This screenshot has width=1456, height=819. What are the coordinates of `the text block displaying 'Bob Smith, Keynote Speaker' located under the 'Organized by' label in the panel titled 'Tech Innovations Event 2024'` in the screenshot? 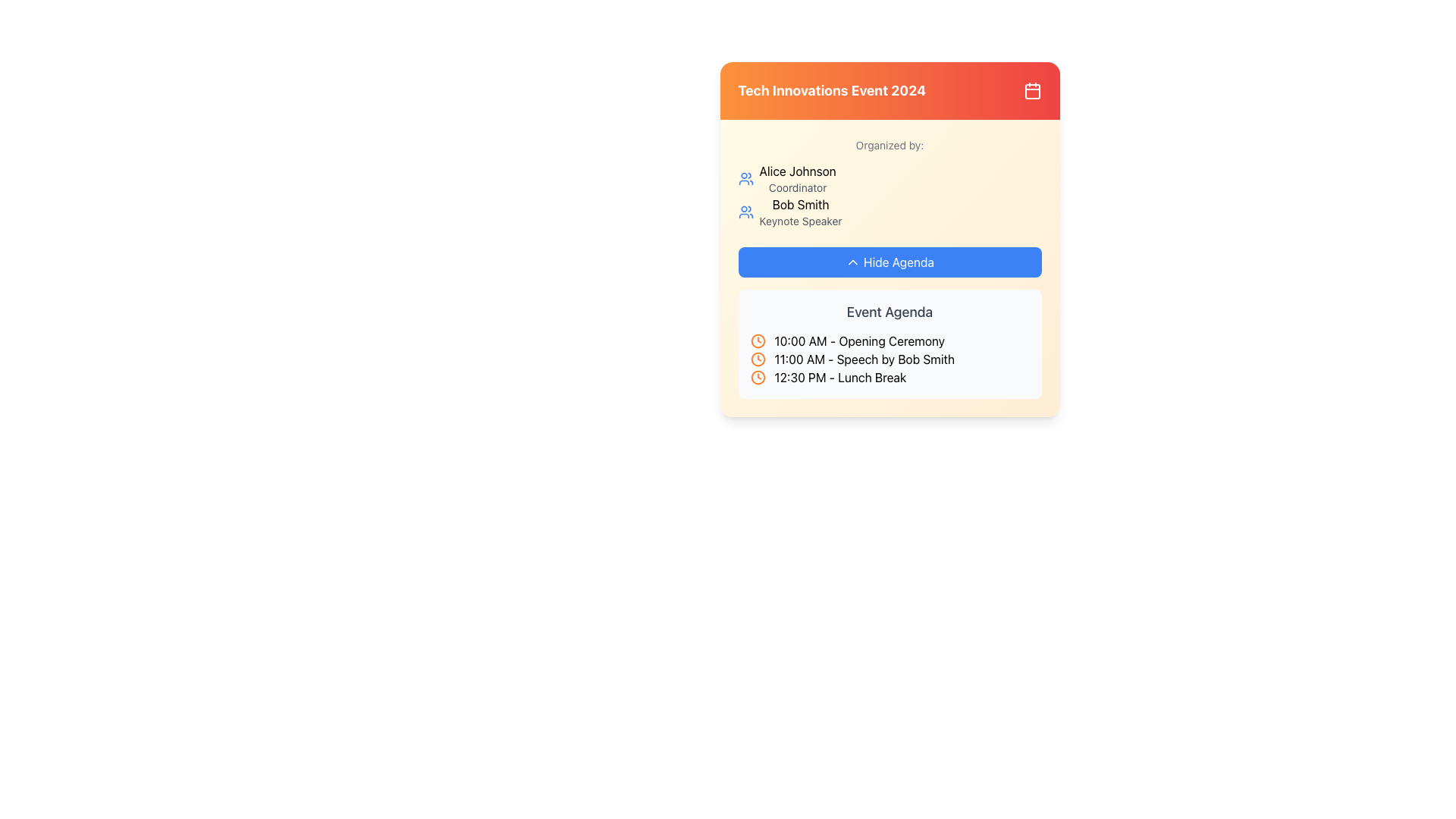 It's located at (800, 212).